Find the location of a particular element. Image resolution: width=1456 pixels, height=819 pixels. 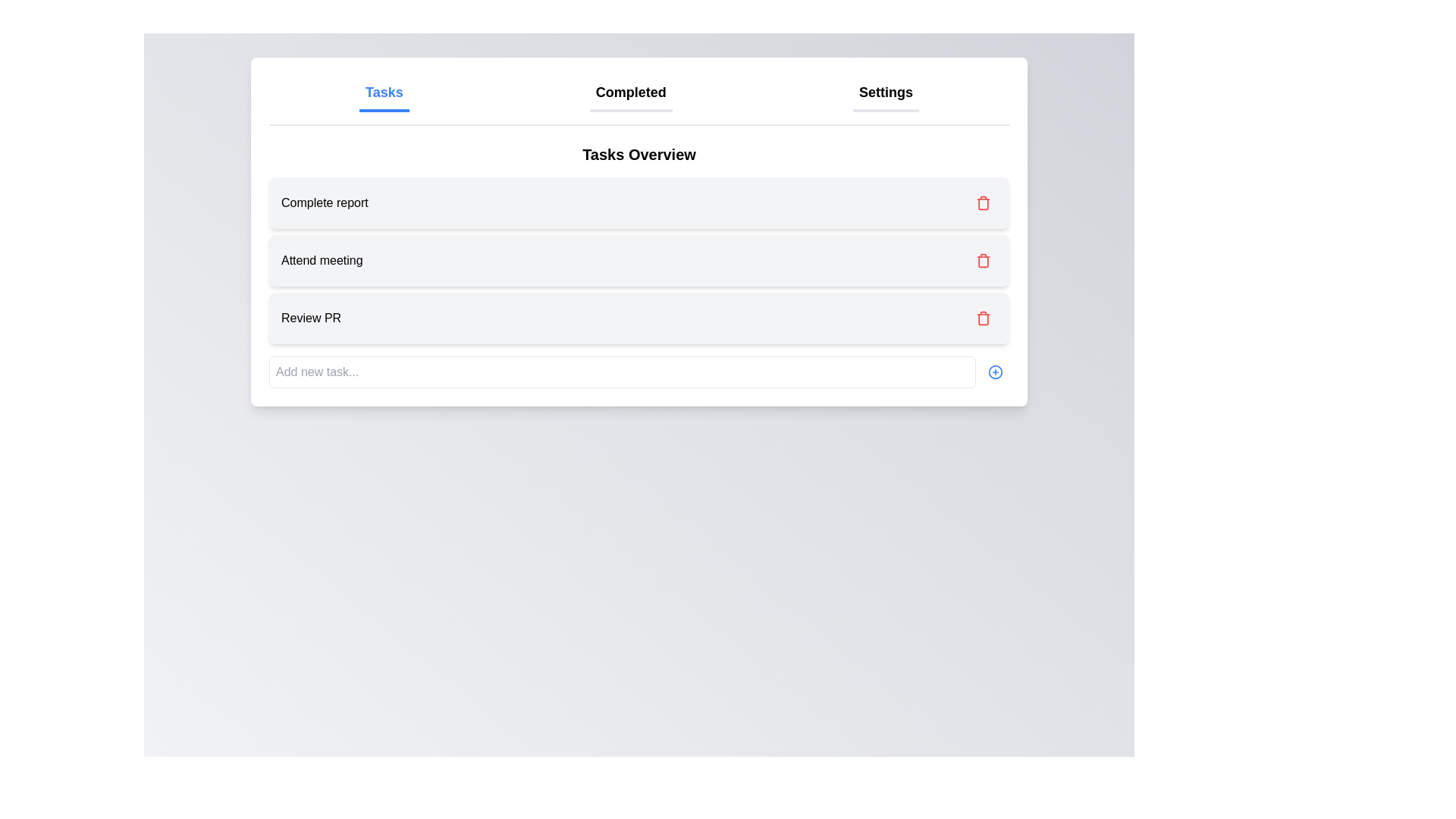

the task addition button in the Combined input and button interface located at the bottom of the 'Tasks Overview' panel for visual feedback is located at coordinates (639, 372).